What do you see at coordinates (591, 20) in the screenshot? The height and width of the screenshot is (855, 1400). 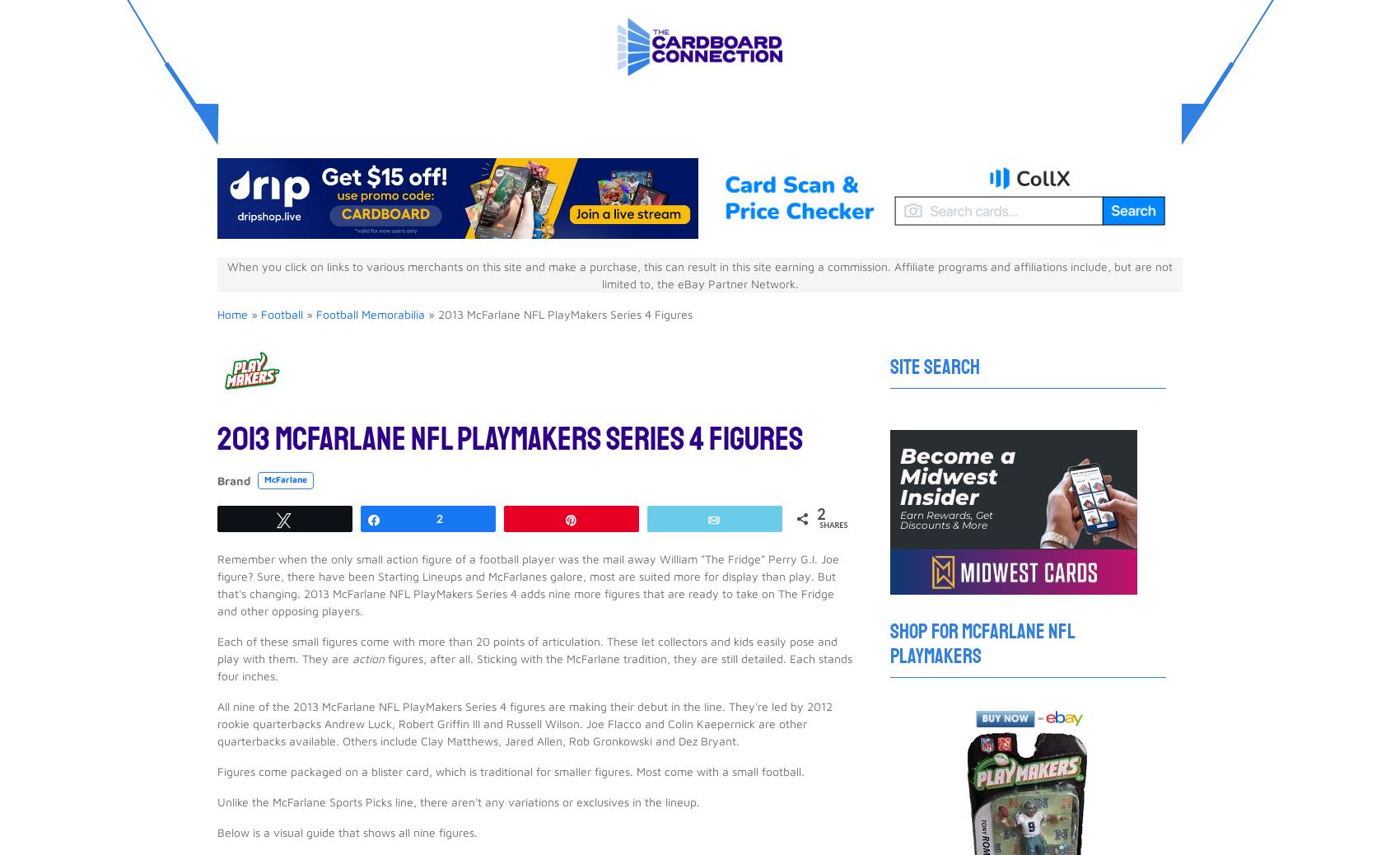 I see `'Basketball'` at bounding box center [591, 20].